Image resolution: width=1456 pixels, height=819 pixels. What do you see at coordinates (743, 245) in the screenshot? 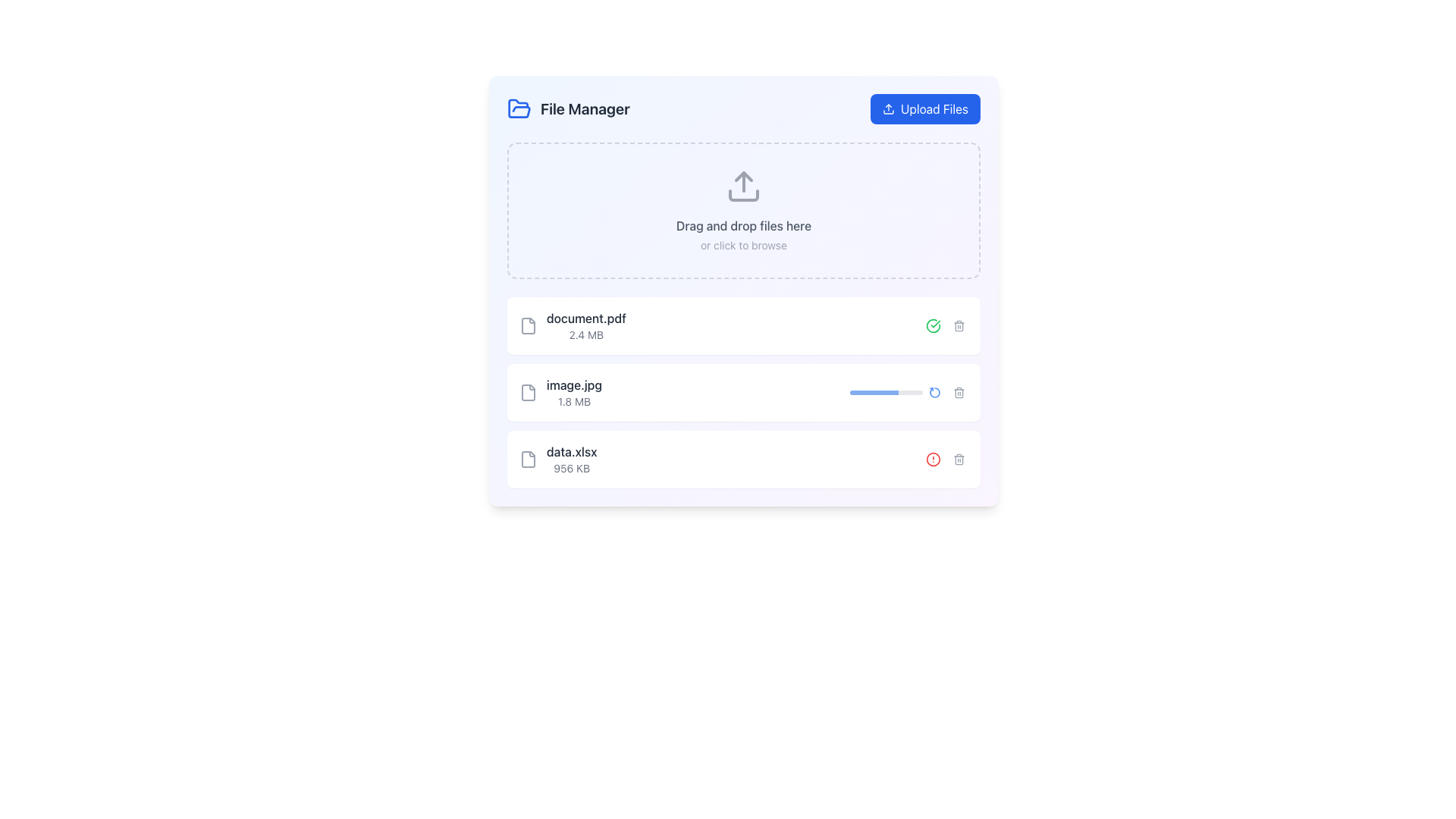
I see `the text label 'or click to browse' which is styled in gray and positioned below the larger text 'Drag and drop files here' in the upload section` at bounding box center [743, 245].